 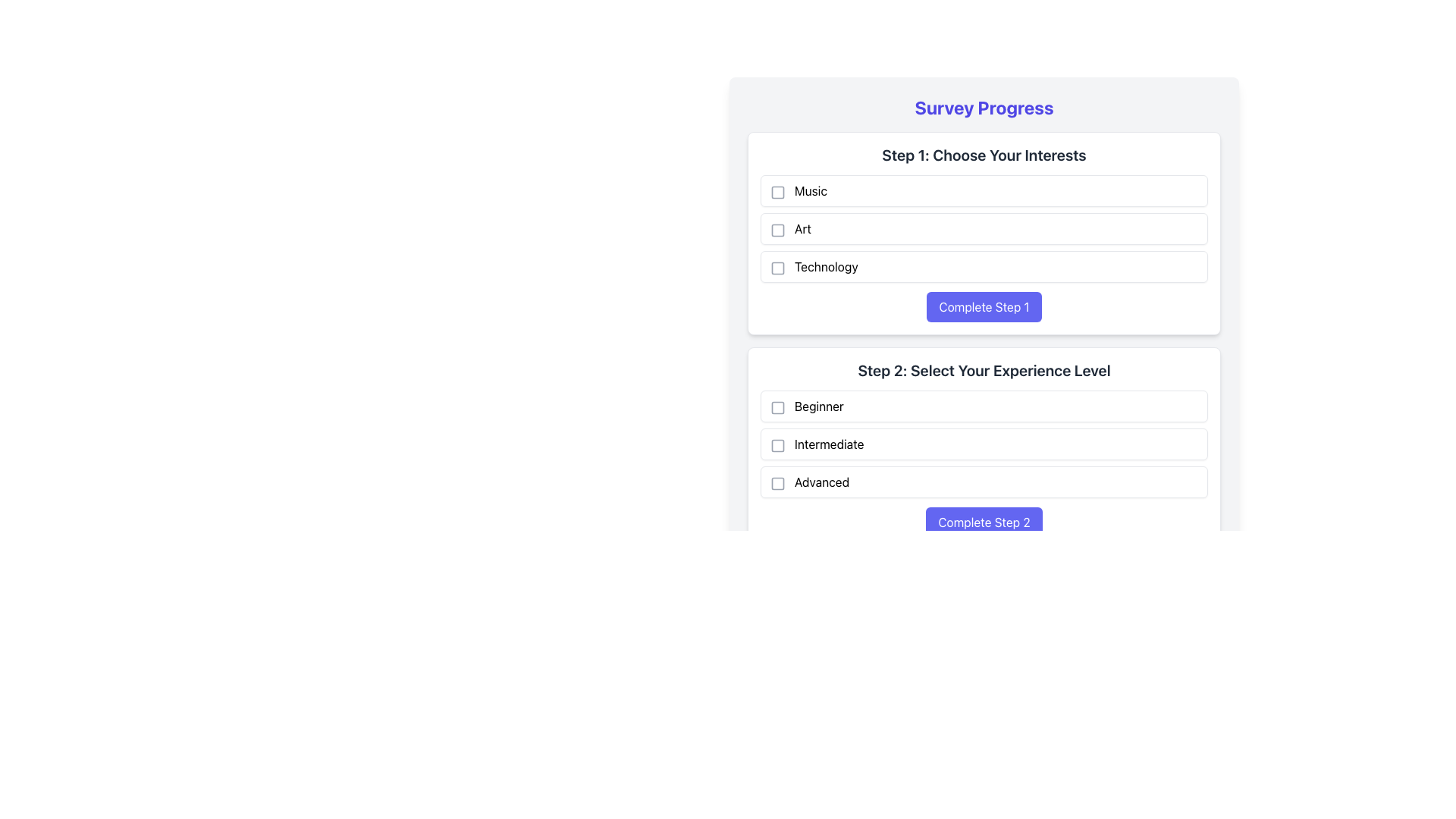 I want to click on the checkbox indicator for the 'Technology' option in the 'Step 1: Choose Your Interests' section, so click(x=778, y=267).